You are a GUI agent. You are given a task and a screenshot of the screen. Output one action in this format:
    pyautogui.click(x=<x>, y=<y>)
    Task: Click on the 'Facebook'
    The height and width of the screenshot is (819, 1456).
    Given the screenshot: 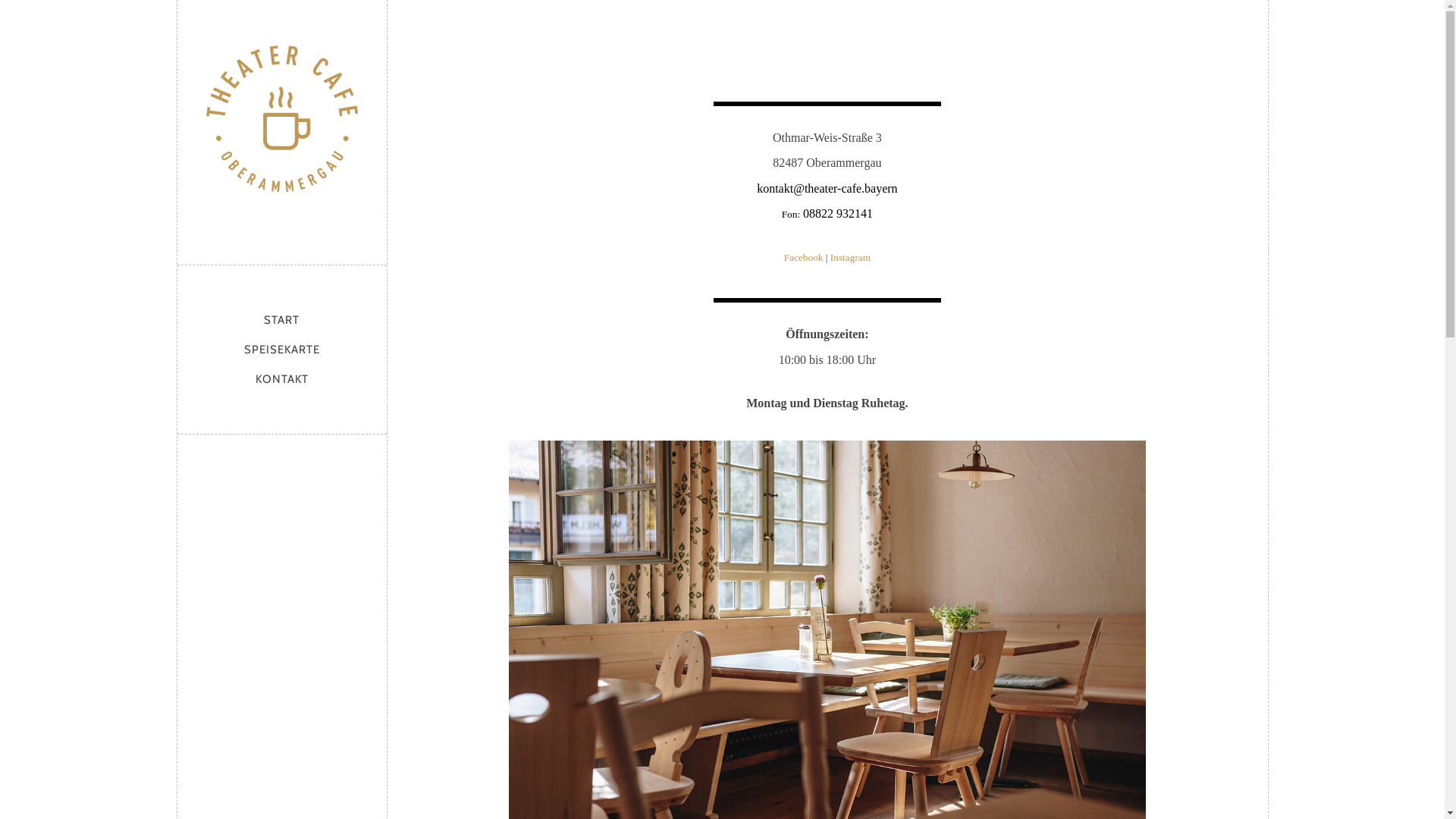 What is the action you would take?
    pyautogui.click(x=803, y=256)
    